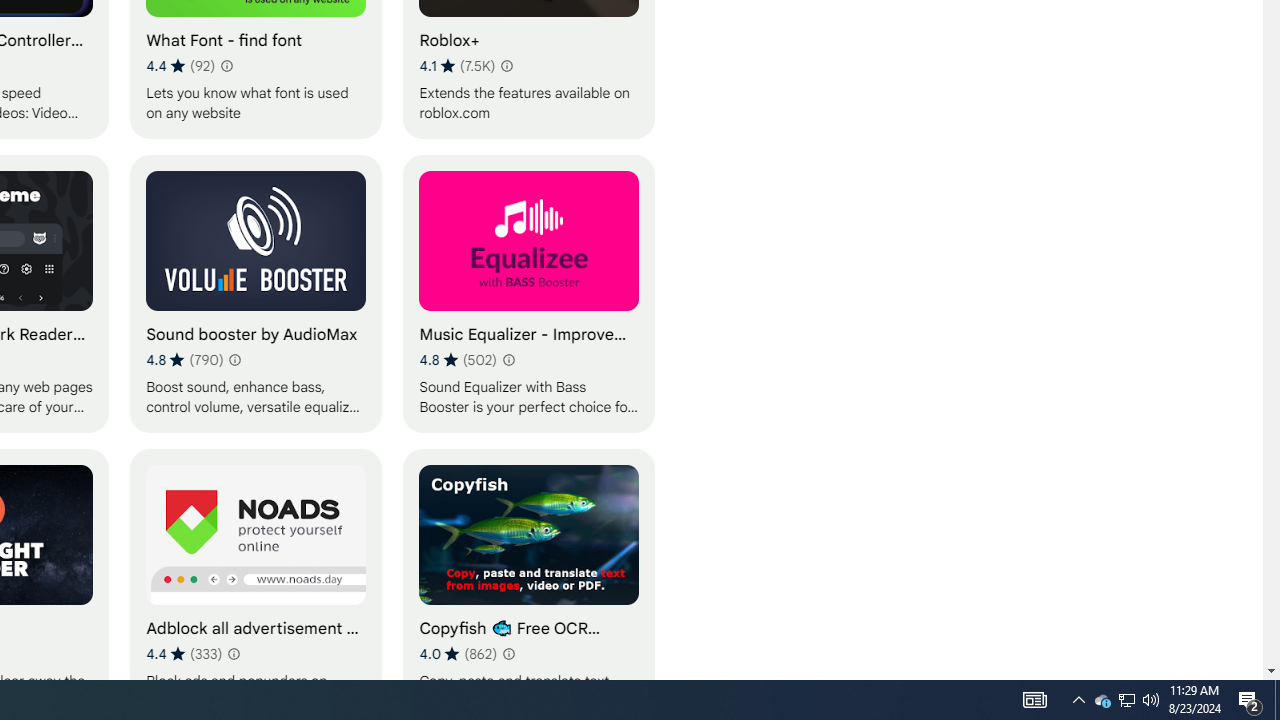 Image resolution: width=1280 pixels, height=720 pixels. Describe the element at coordinates (457, 360) in the screenshot. I see `'Average rating 4.8 out of 5 stars. 502 ratings.'` at that location.